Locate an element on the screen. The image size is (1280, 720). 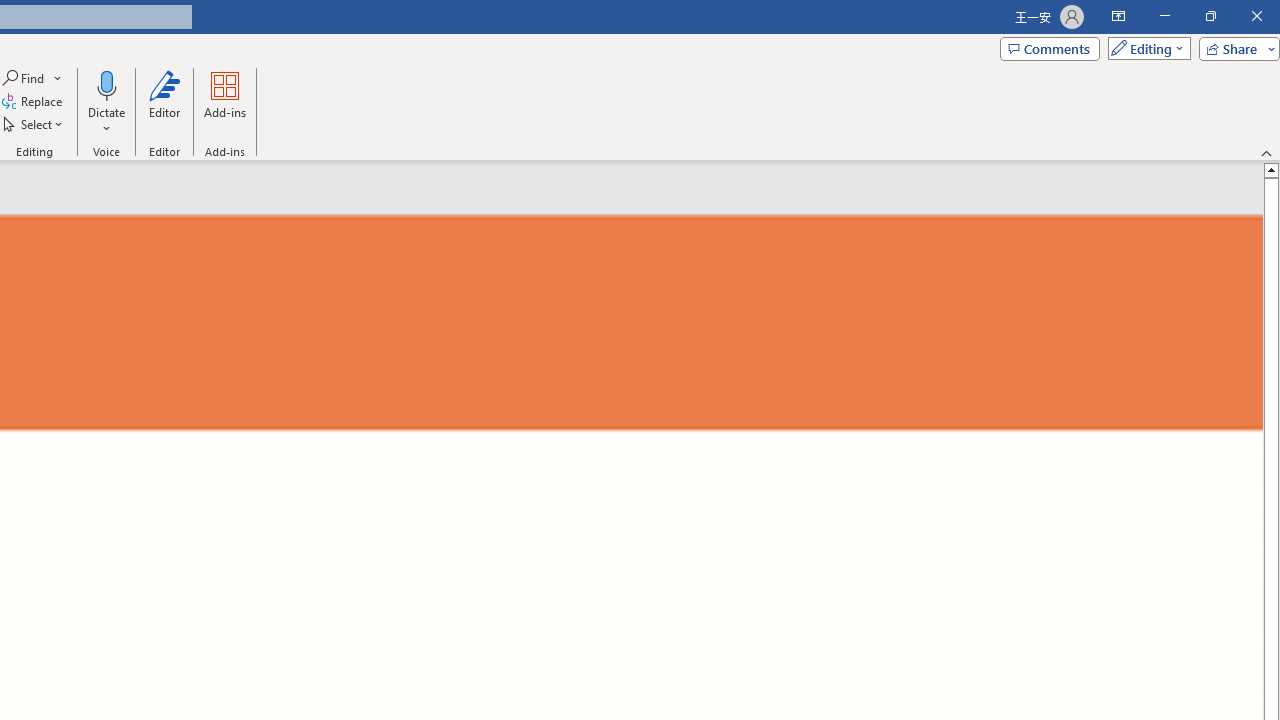
'Editing' is located at coordinates (1144, 47).